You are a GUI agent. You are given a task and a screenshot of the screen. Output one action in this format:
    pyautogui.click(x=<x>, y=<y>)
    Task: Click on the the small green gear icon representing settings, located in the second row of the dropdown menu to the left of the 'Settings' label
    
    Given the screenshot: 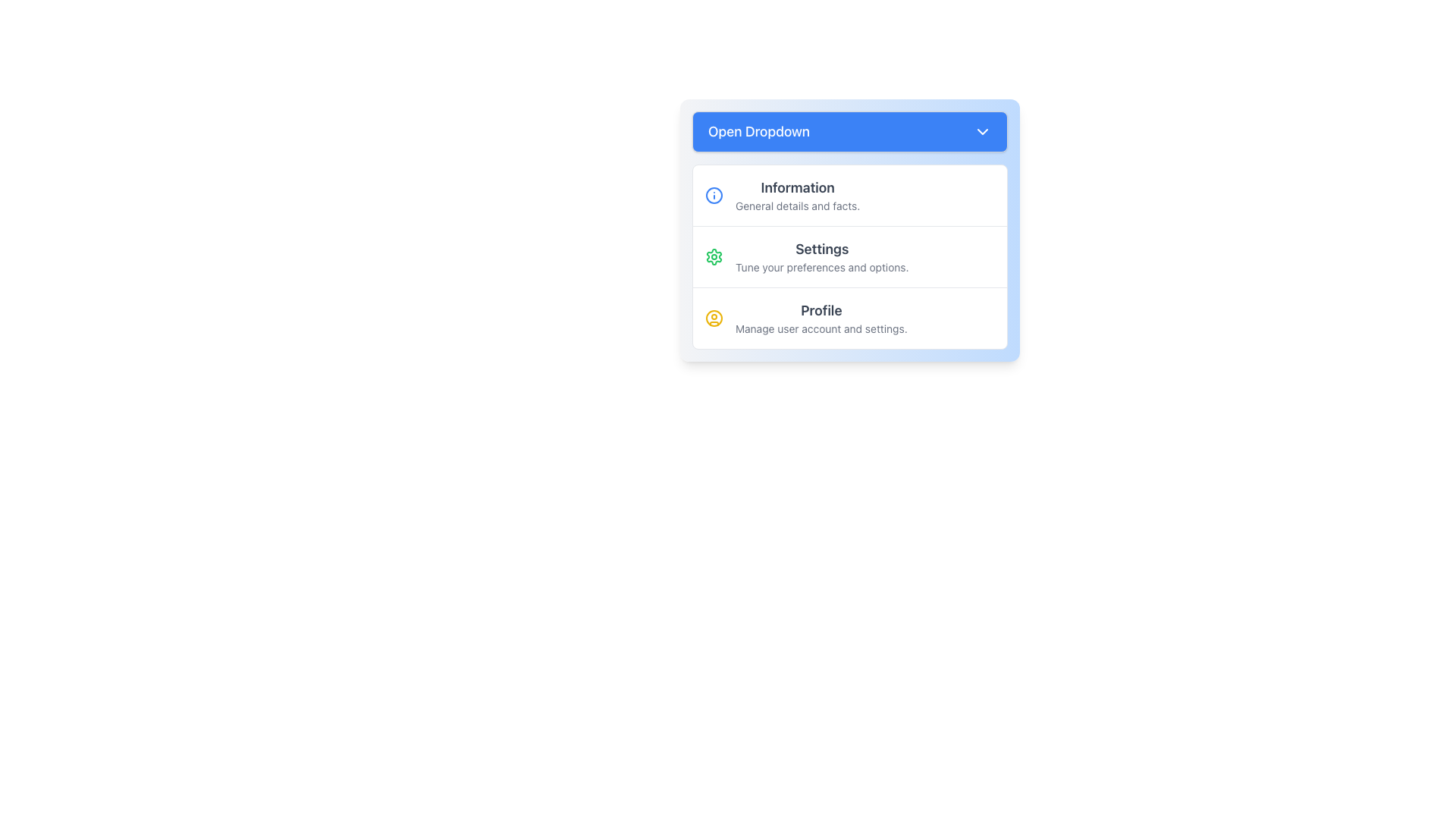 What is the action you would take?
    pyautogui.click(x=713, y=256)
    